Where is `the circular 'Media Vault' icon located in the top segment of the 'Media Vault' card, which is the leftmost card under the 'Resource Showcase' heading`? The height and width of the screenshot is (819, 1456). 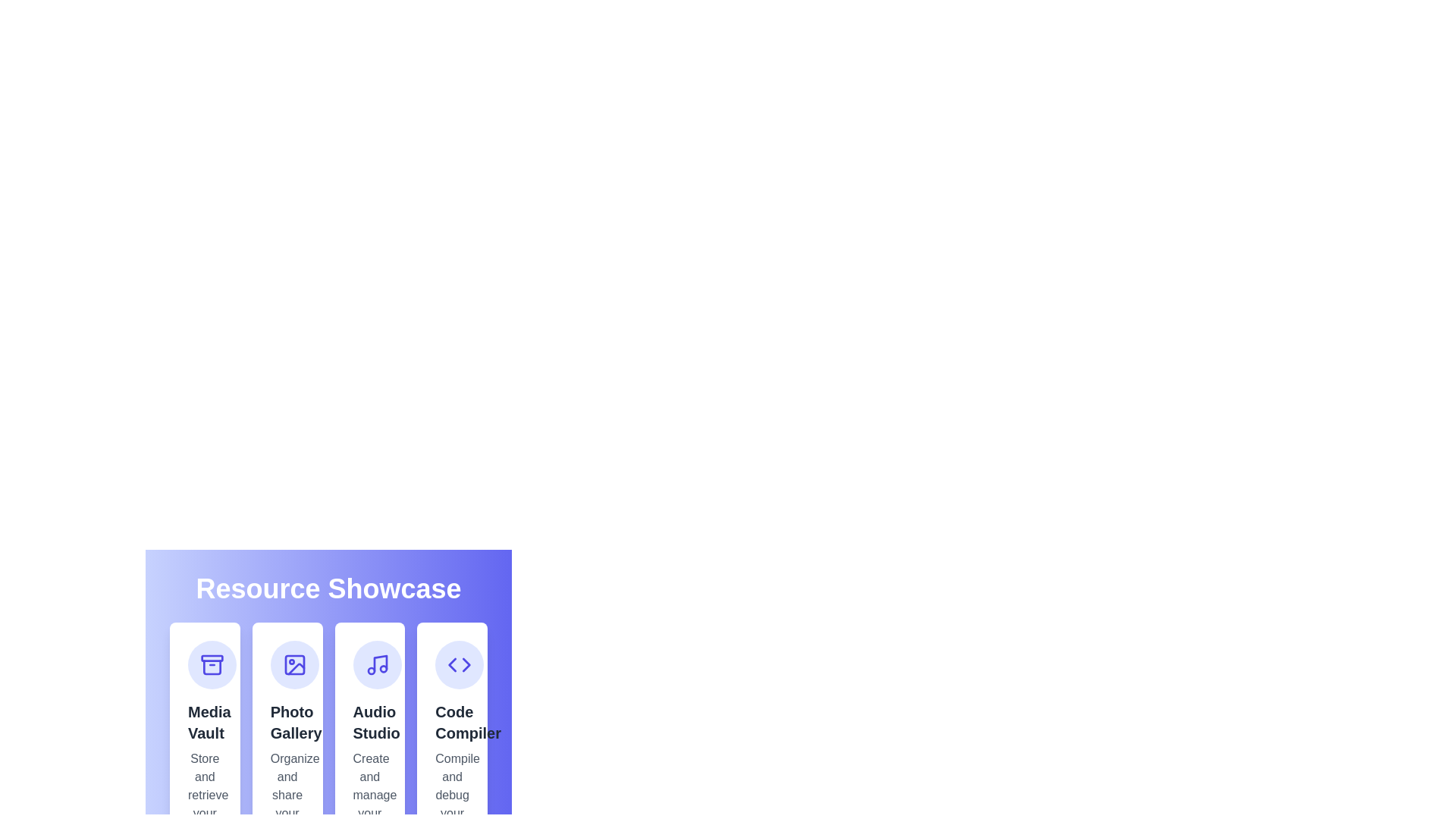 the circular 'Media Vault' icon located in the top segment of the 'Media Vault' card, which is the leftmost card under the 'Resource Showcase' heading is located at coordinates (211, 664).